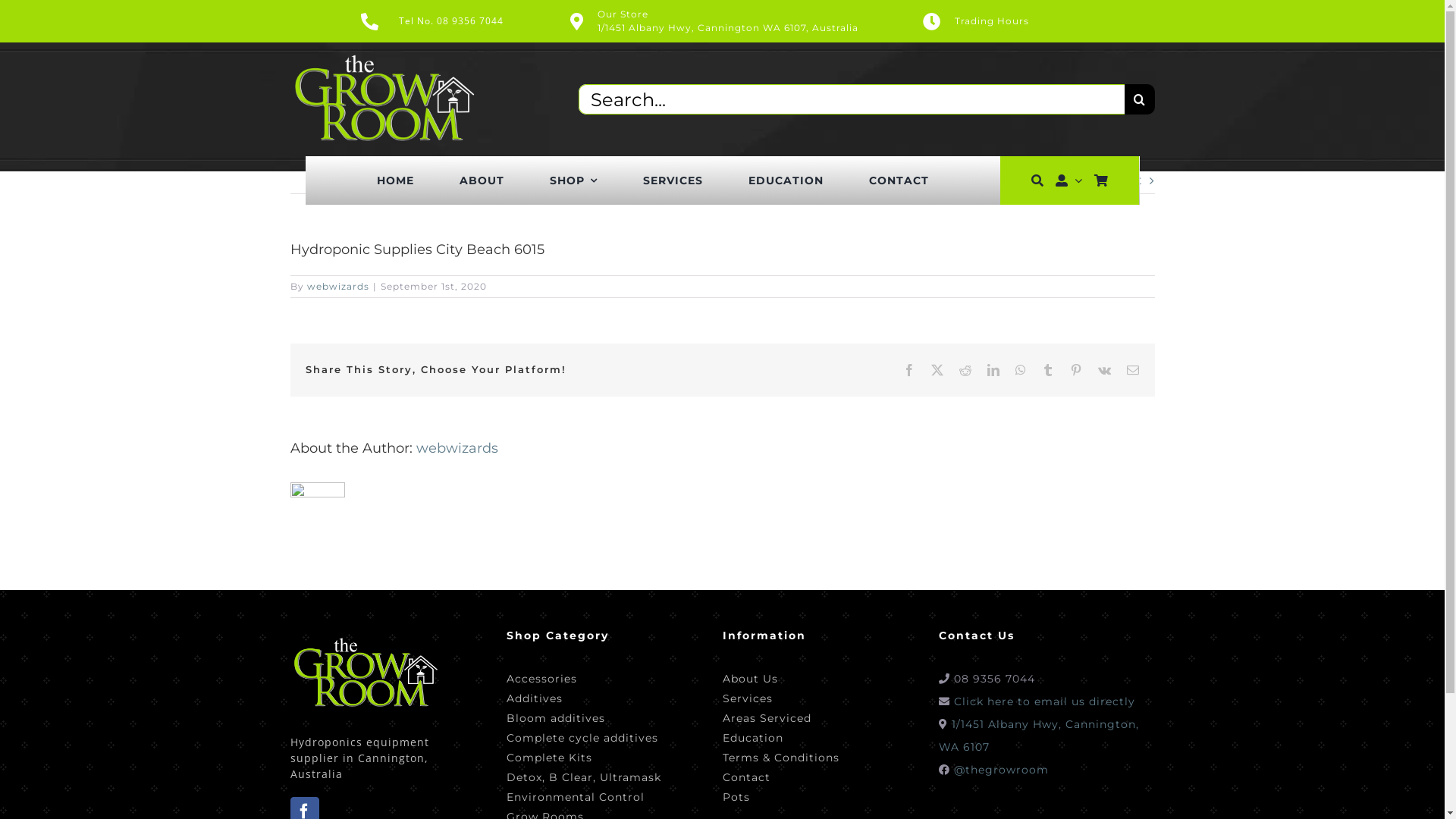 The height and width of the screenshot is (819, 1456). Describe the element at coordinates (506, 795) in the screenshot. I see `'Environmental Control'` at that location.